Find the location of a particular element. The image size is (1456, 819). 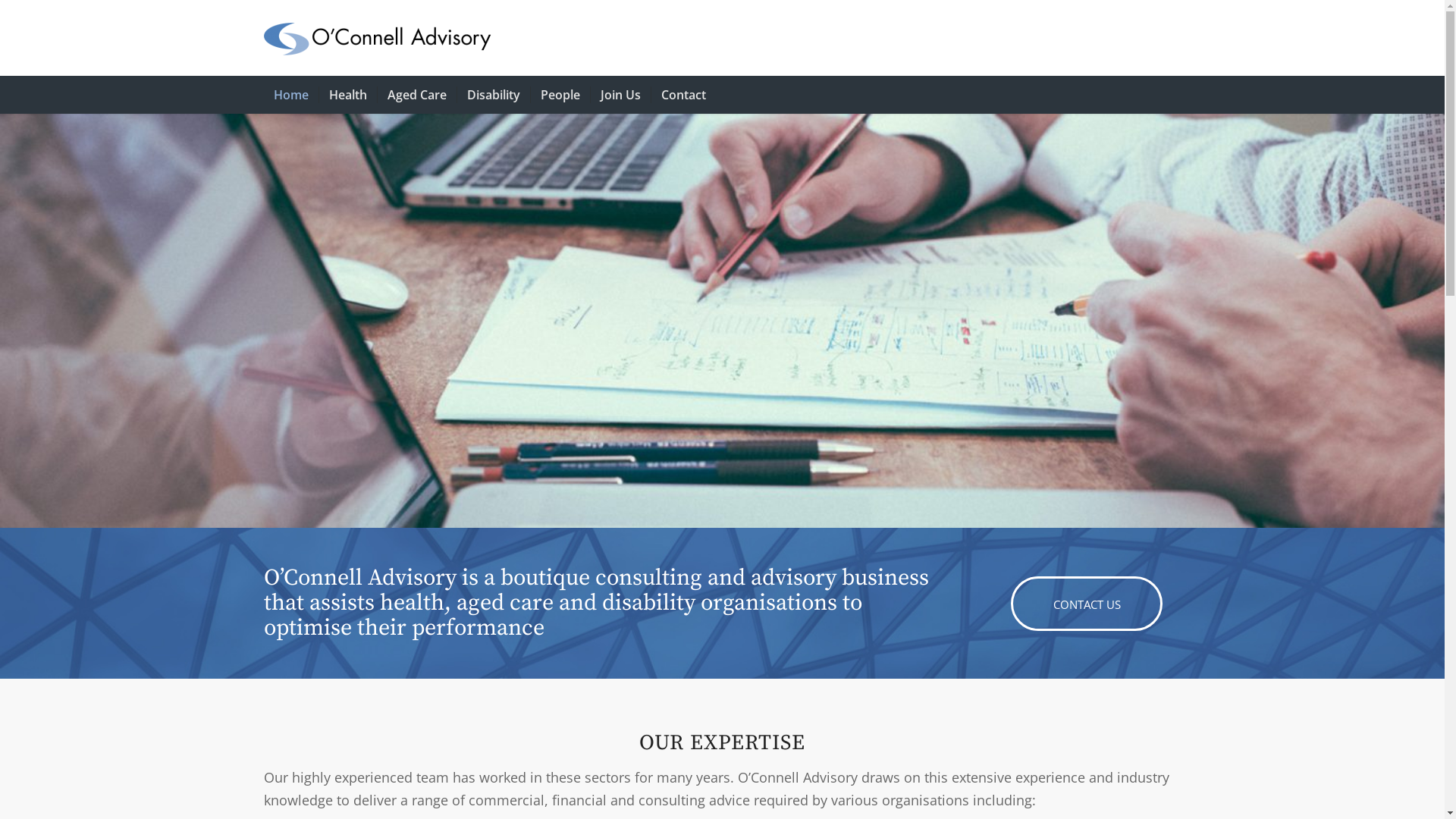

'CONTACT US' is located at coordinates (1086, 602).